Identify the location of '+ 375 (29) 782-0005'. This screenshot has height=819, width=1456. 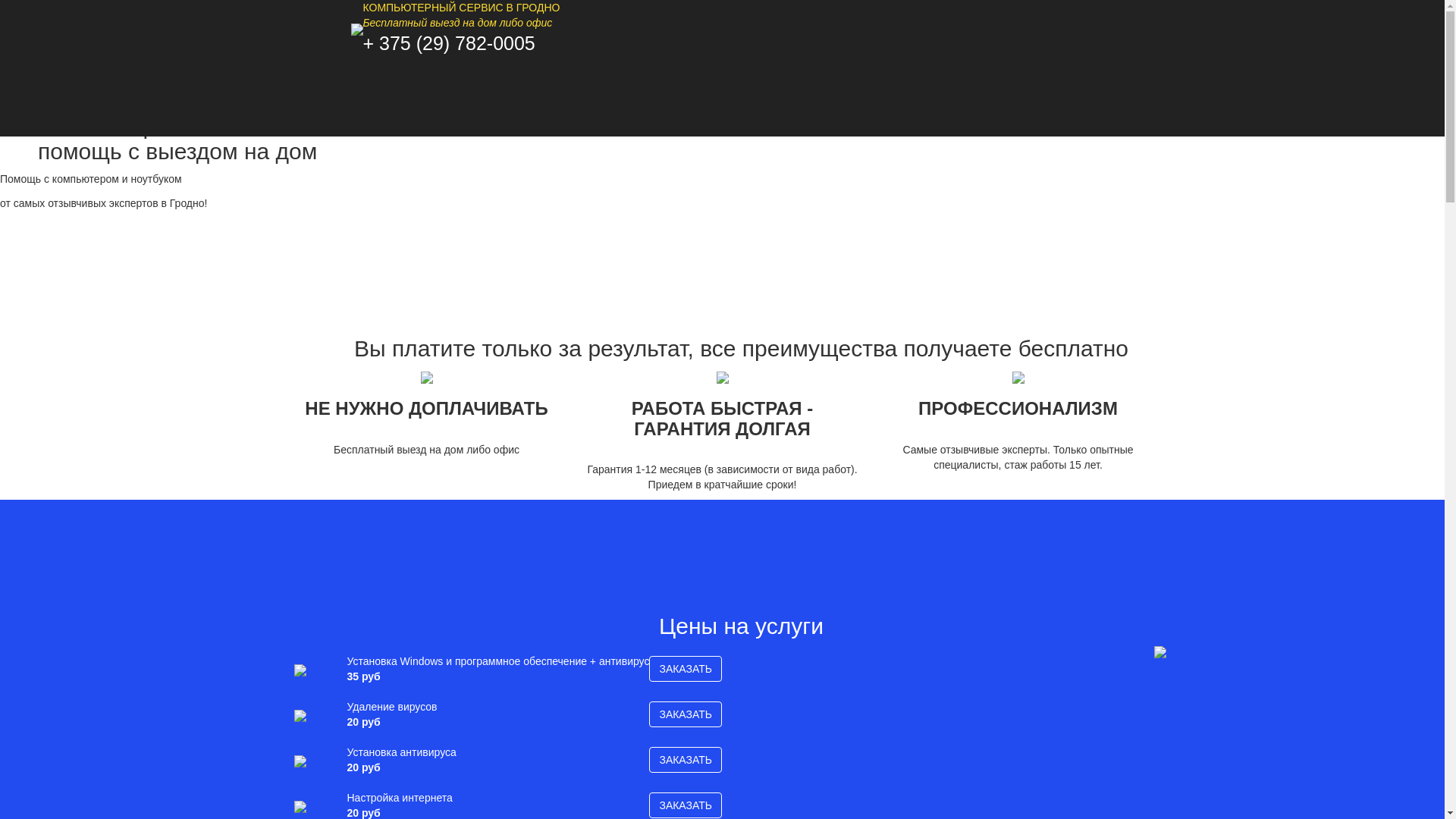
(447, 42).